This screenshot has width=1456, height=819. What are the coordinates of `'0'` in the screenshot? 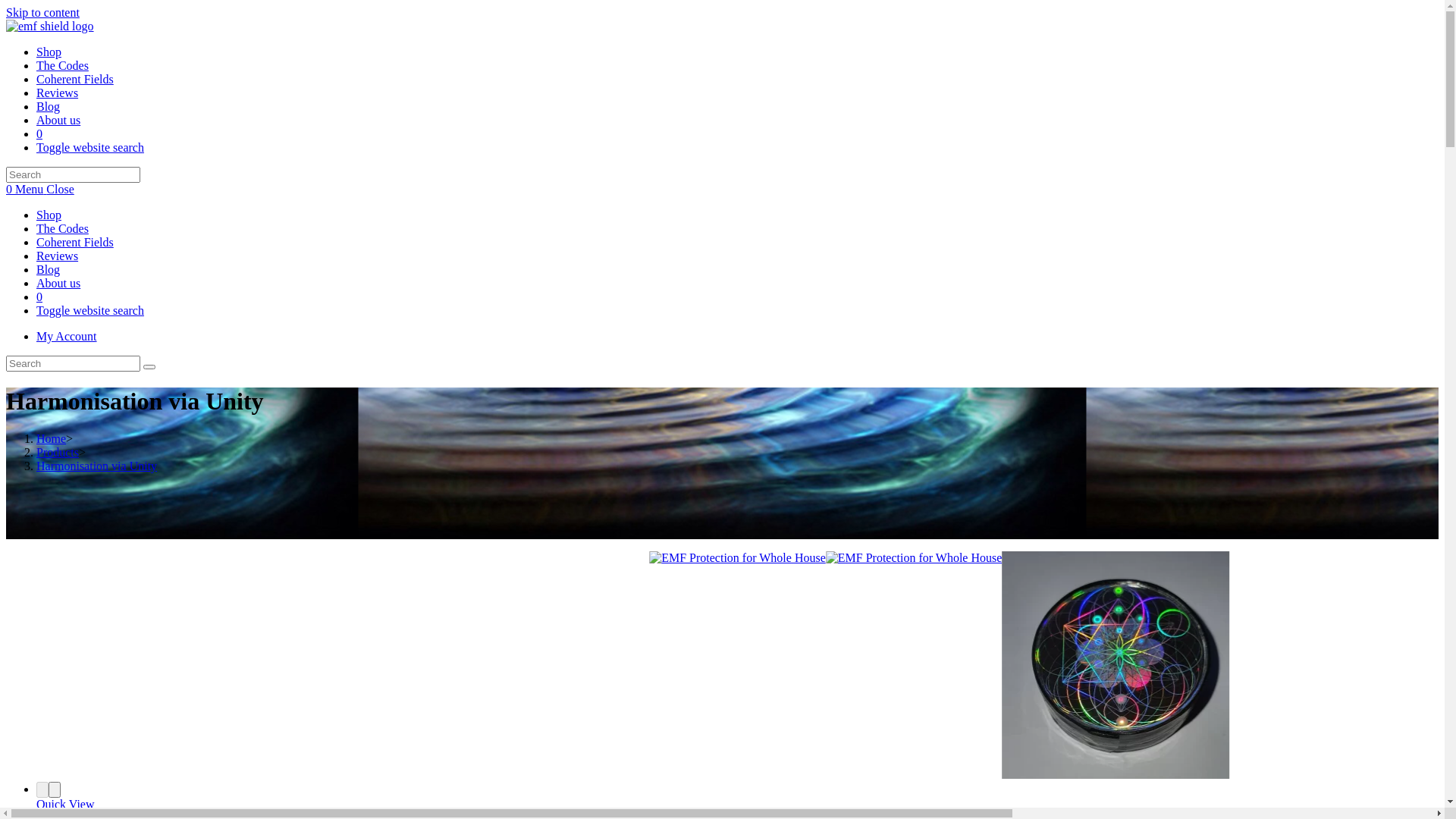 It's located at (39, 297).